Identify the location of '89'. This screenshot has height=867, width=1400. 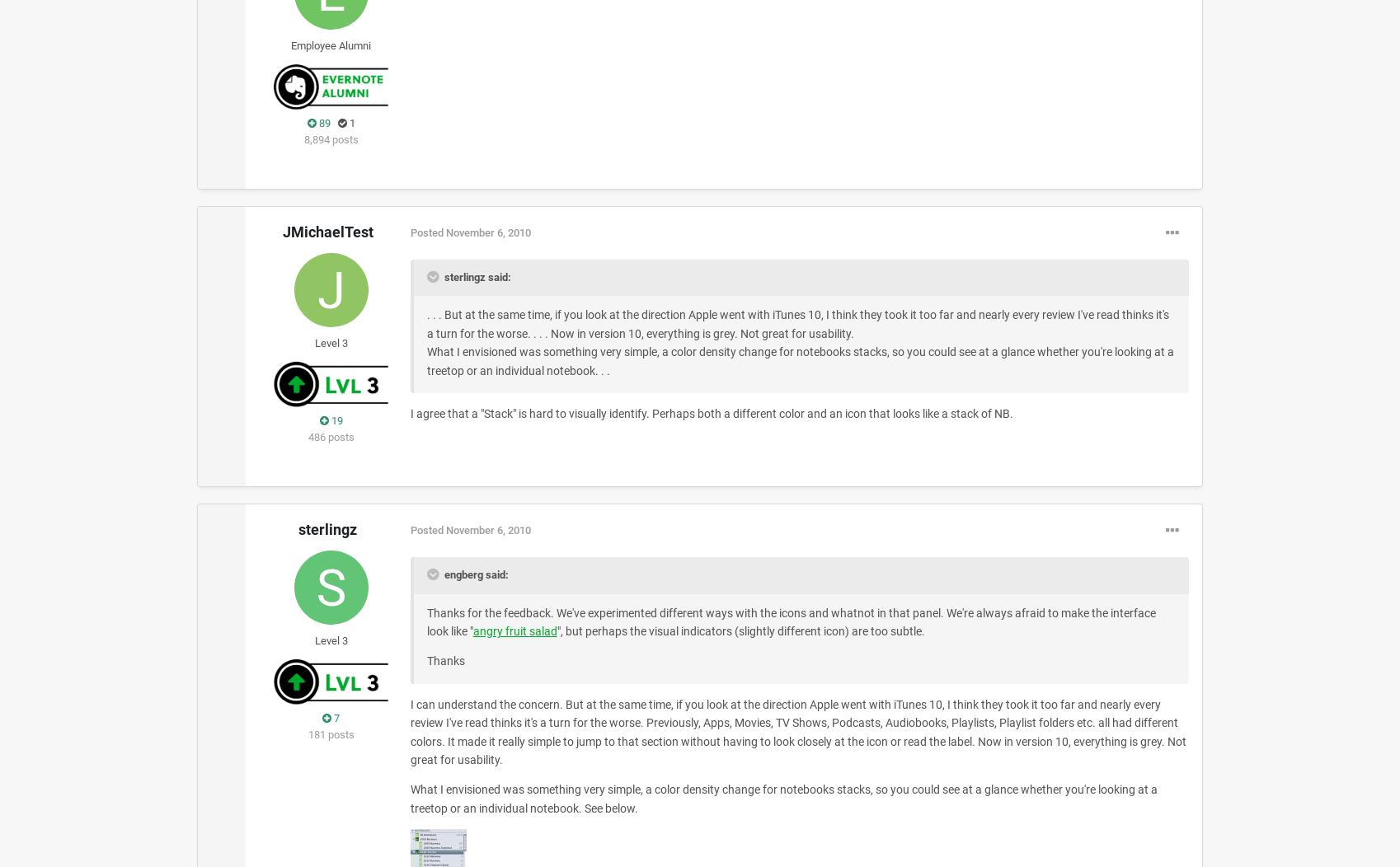
(322, 122).